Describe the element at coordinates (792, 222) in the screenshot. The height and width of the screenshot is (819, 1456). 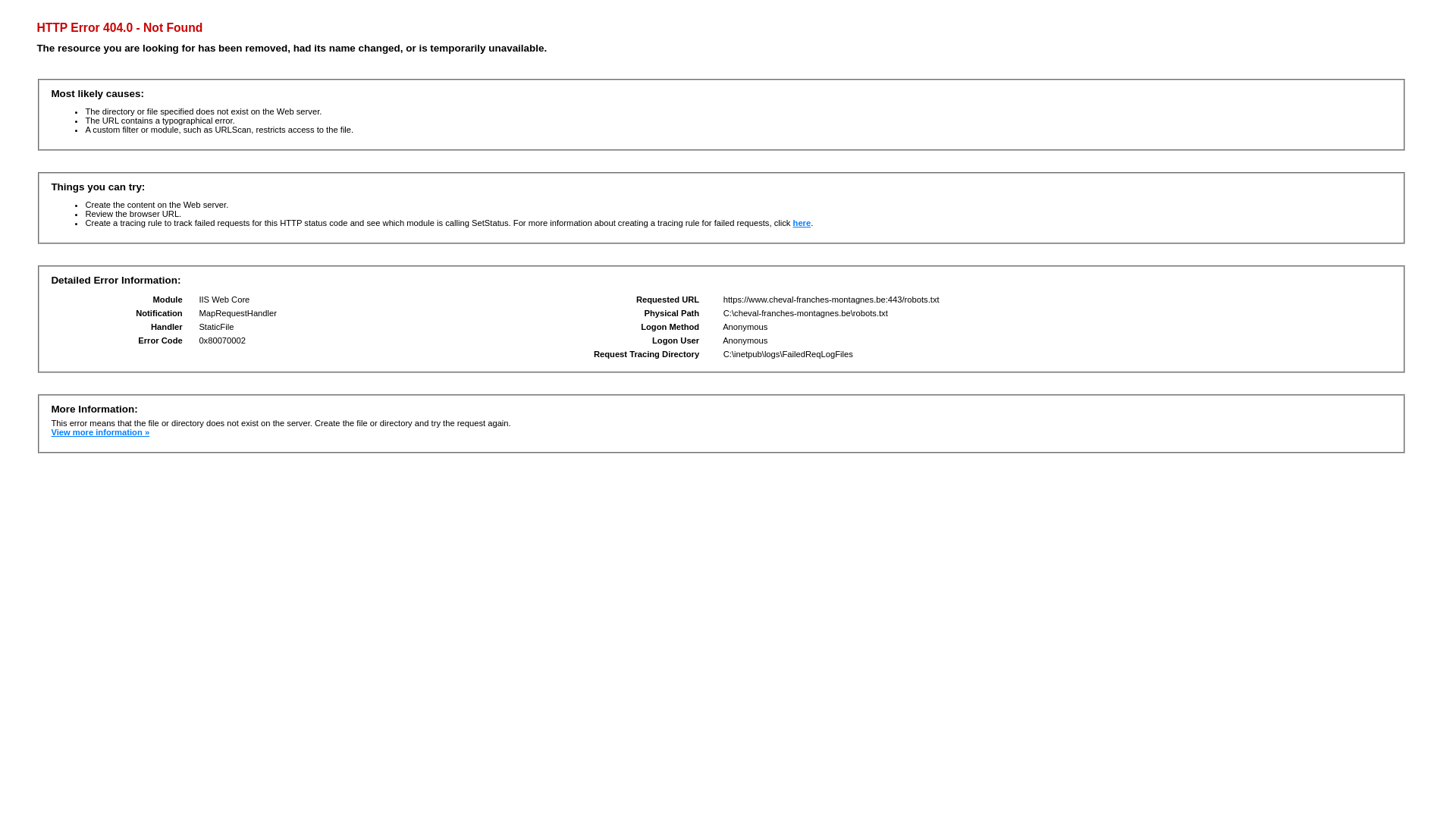
I see `'here'` at that location.